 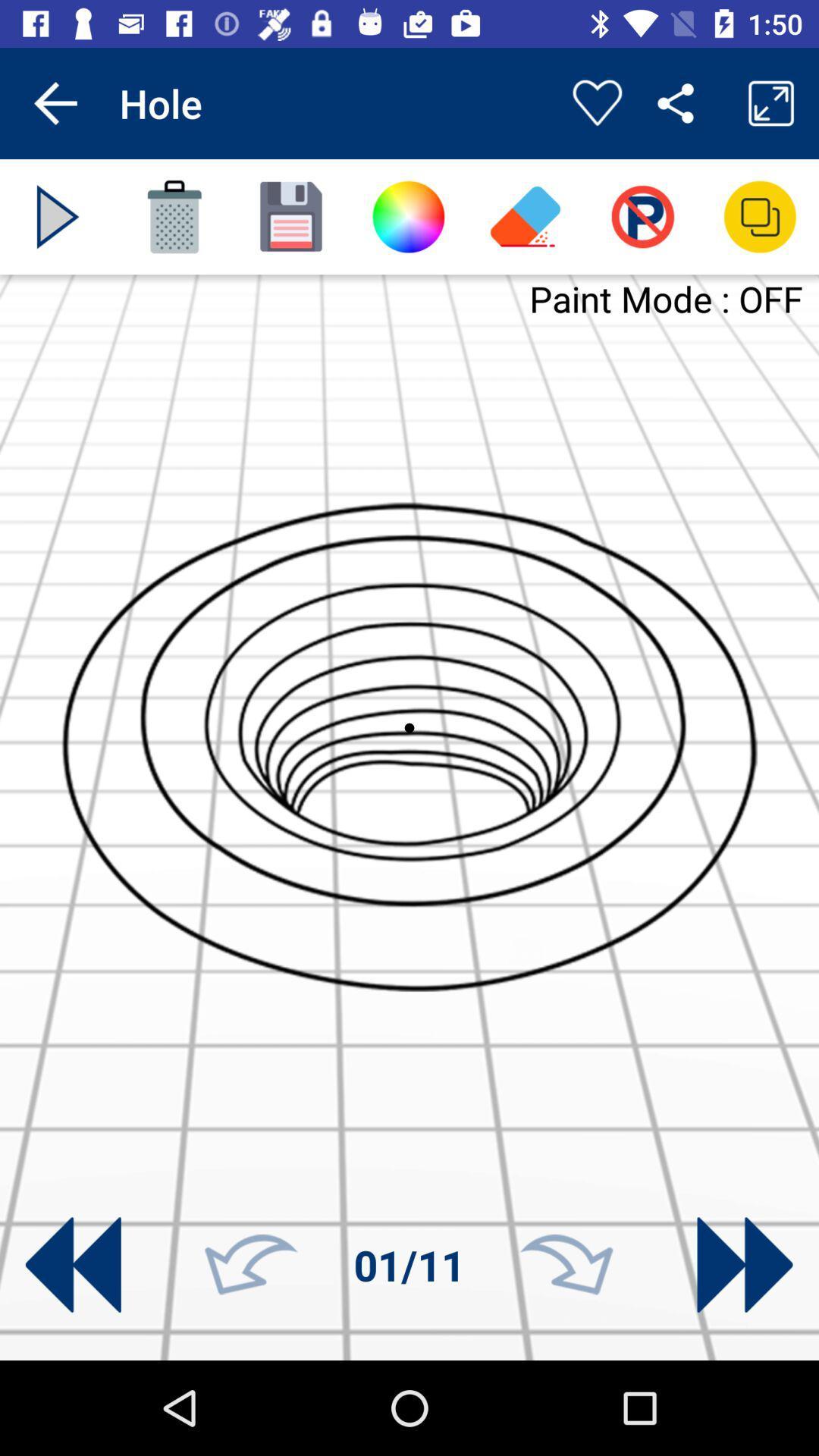 What do you see at coordinates (250, 1265) in the screenshot?
I see `rotate left` at bounding box center [250, 1265].